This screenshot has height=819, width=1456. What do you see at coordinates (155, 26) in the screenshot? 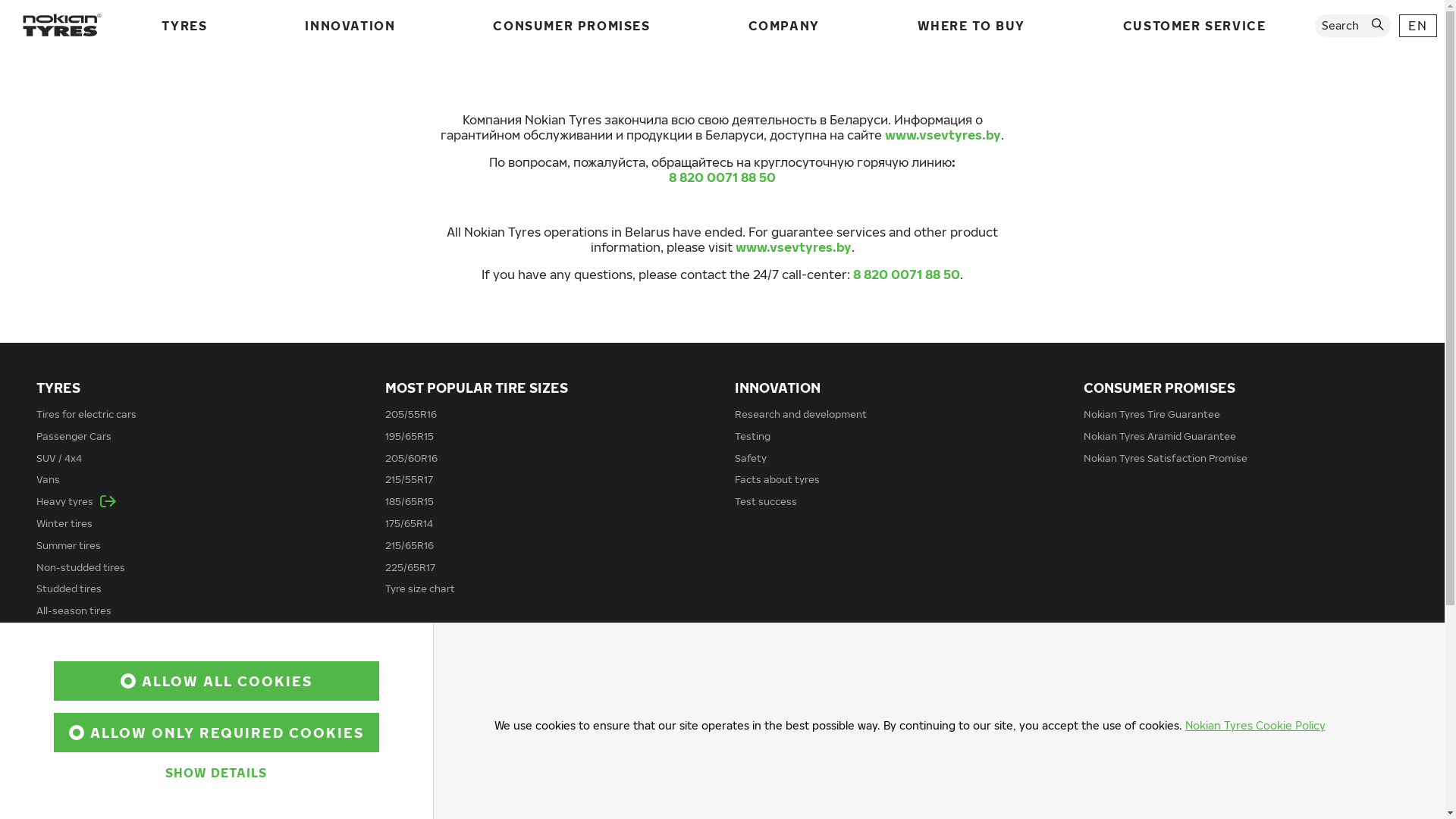
I see `'TYRES'` at bounding box center [155, 26].